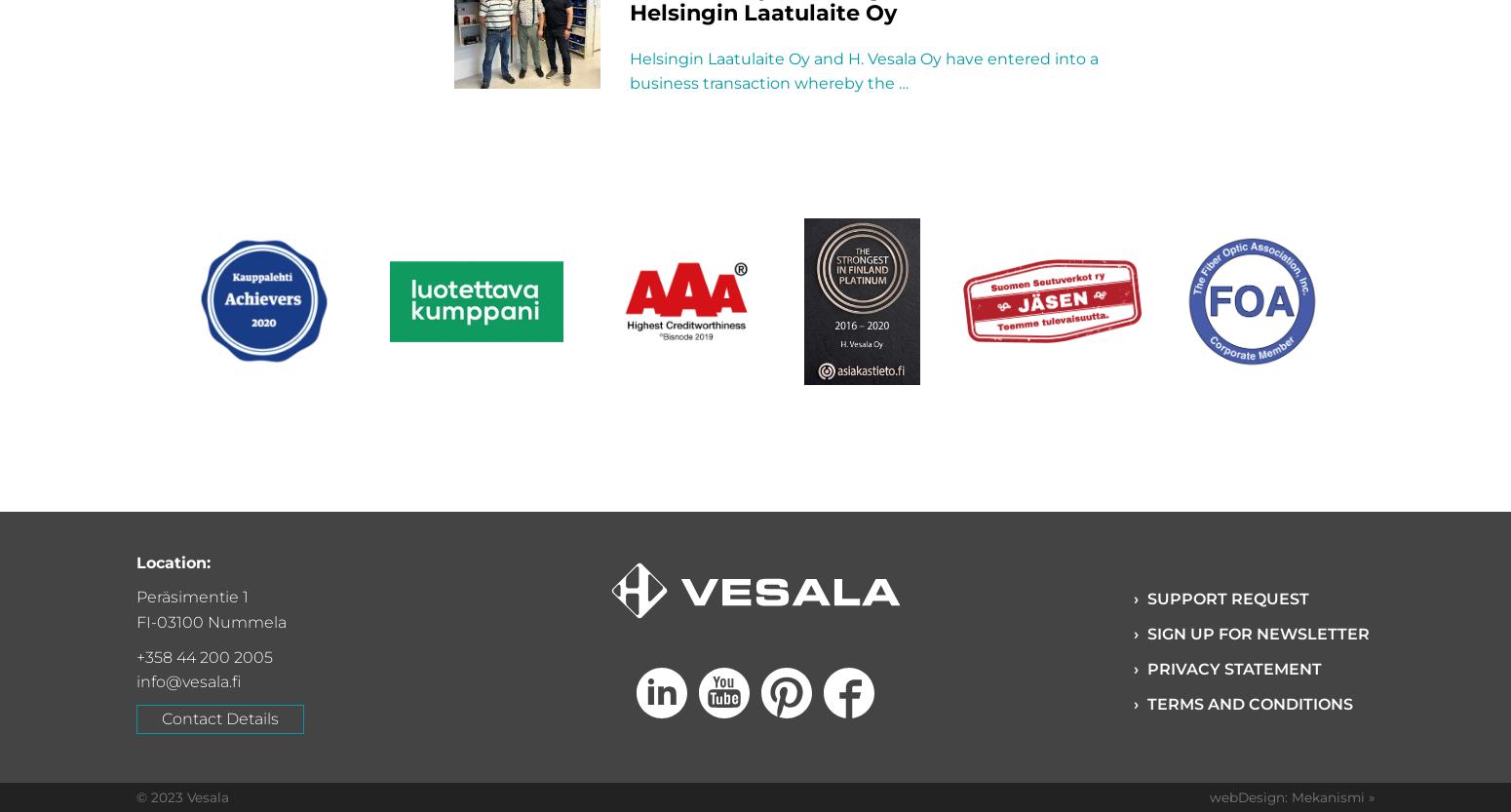 This screenshot has height=812, width=1511. Describe the element at coordinates (136, 561) in the screenshot. I see `'Location:'` at that location.